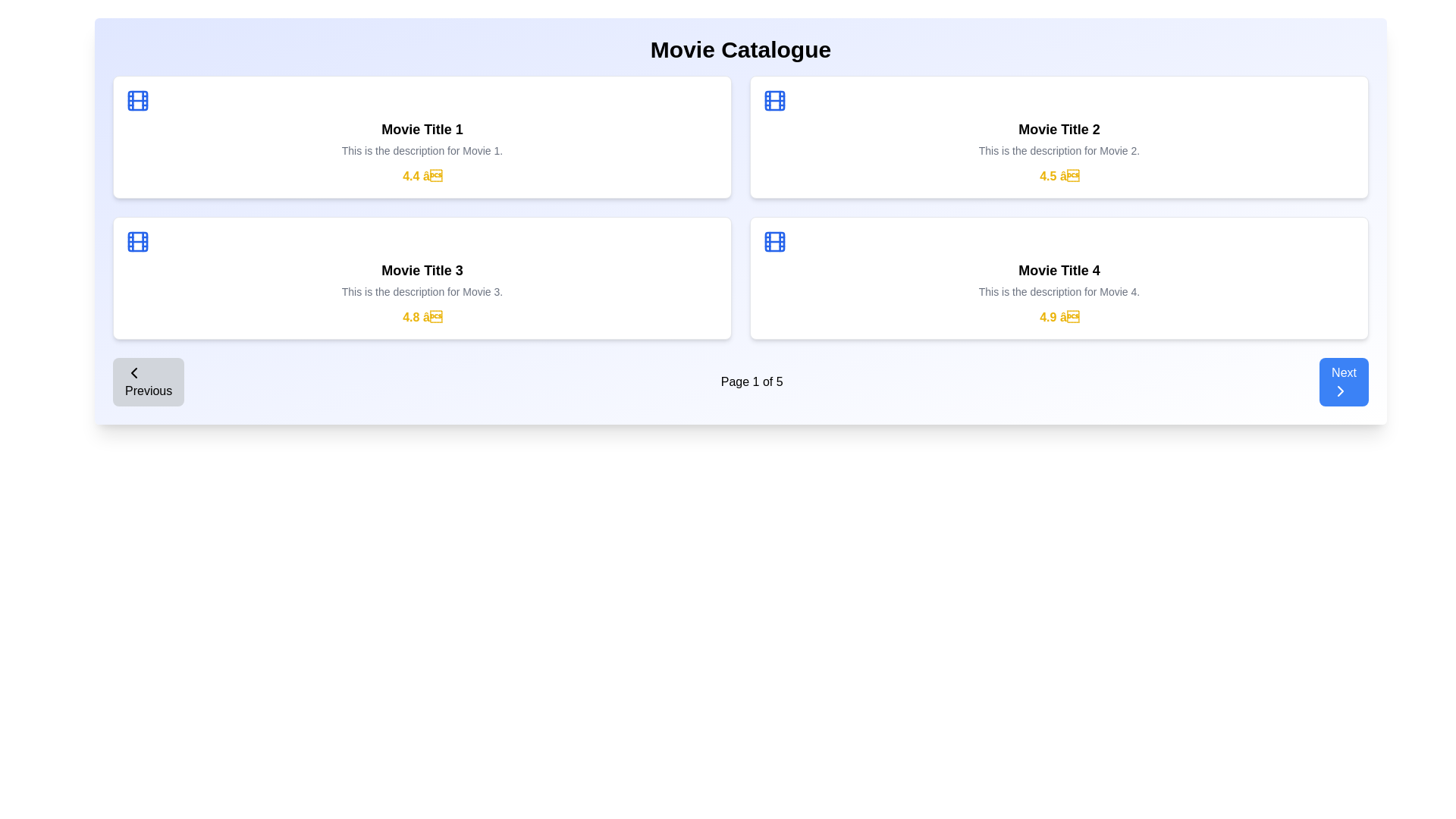 Image resolution: width=1456 pixels, height=819 pixels. Describe the element at coordinates (134, 373) in the screenshot. I see `the left chevron icon within the 'Previous' button, located in the bottom-left corner of the page` at that location.